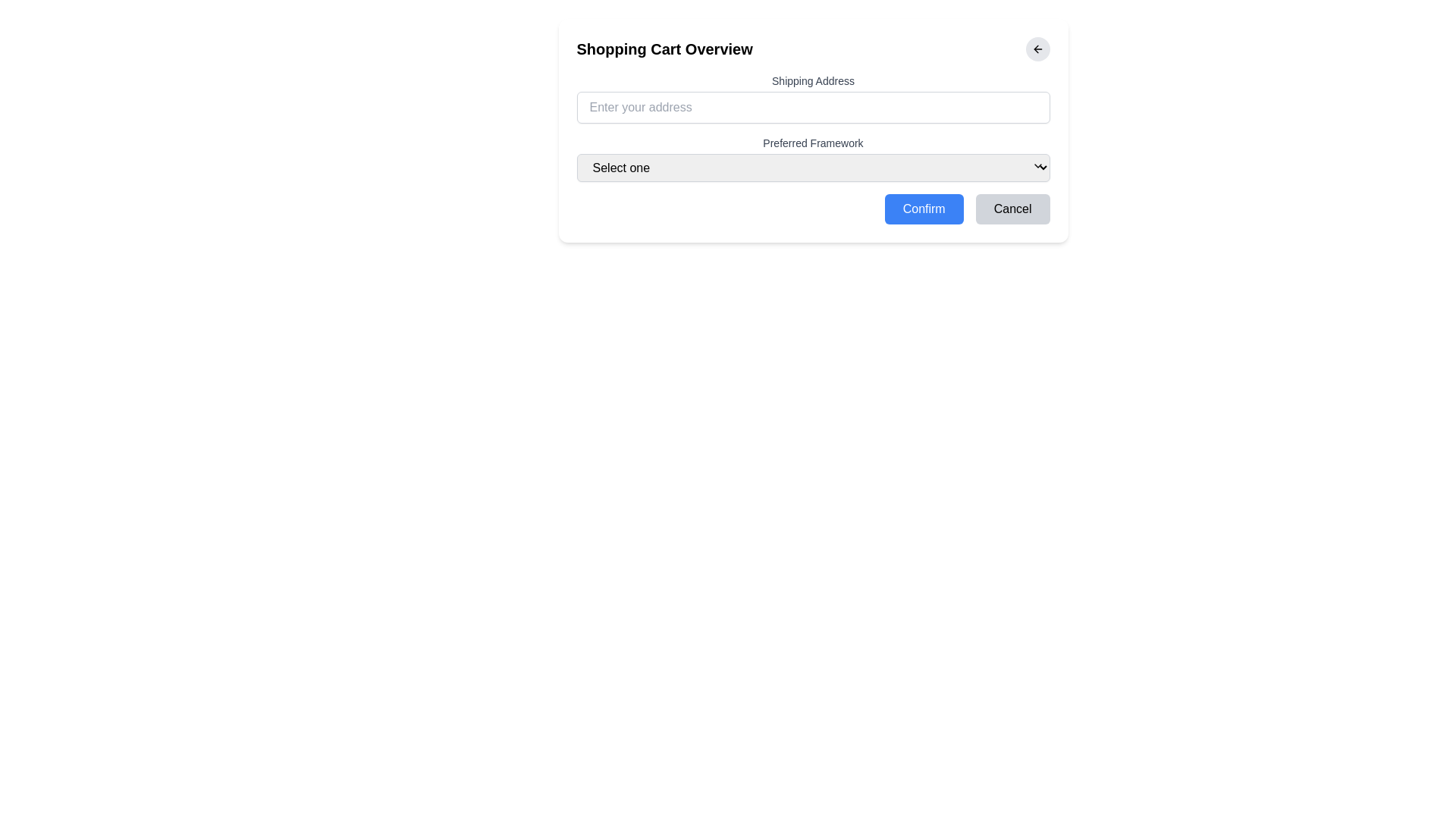  What do you see at coordinates (1037, 166) in the screenshot?
I see `the Dropdown Indicator Icon located at the top-right corner of the 'Preferred Framework' dropdown` at bounding box center [1037, 166].